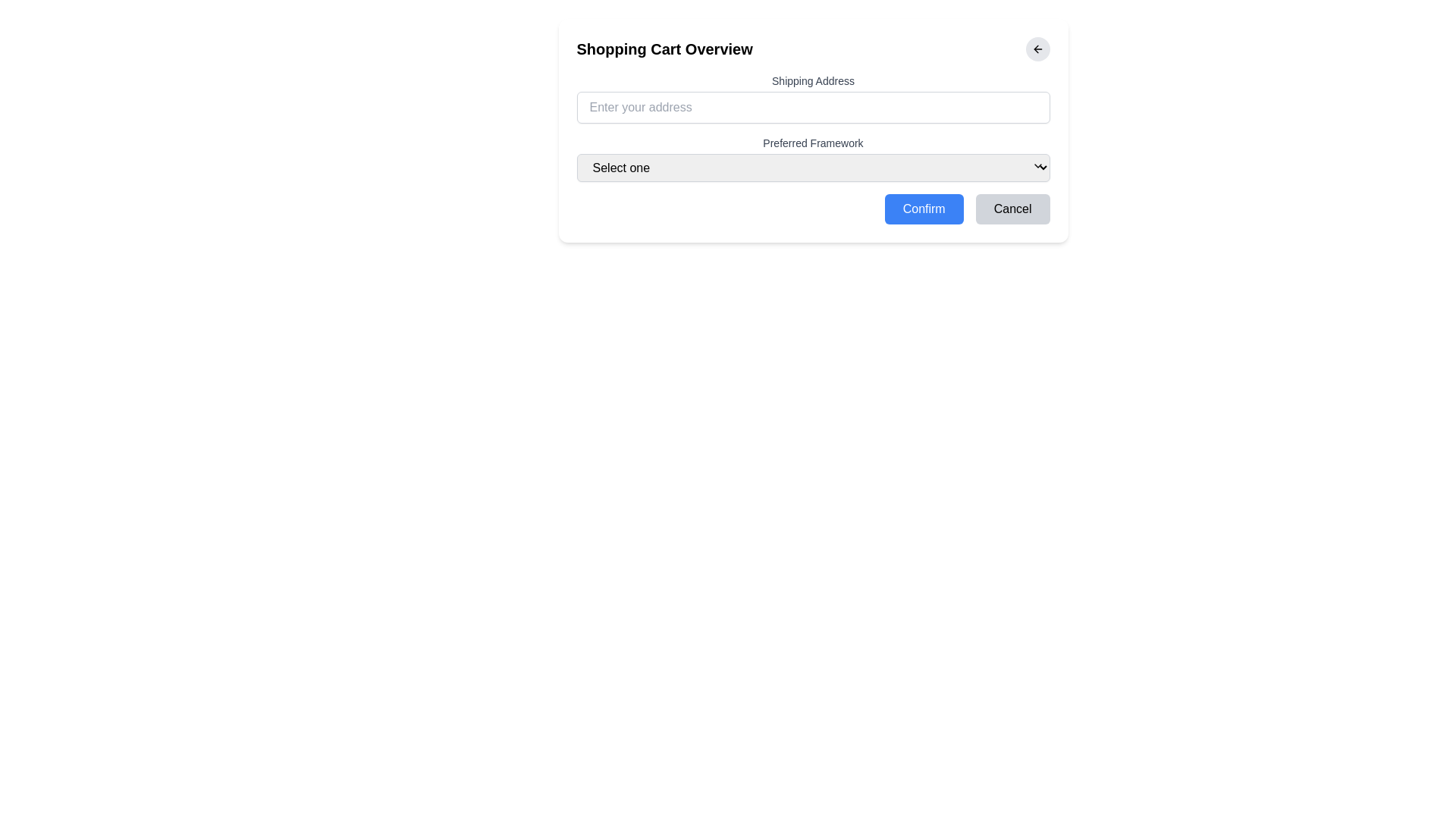  What do you see at coordinates (1037, 166) in the screenshot?
I see `the Dropdown Indicator Icon located at the top-right corner of the 'Preferred Framework' dropdown` at bounding box center [1037, 166].